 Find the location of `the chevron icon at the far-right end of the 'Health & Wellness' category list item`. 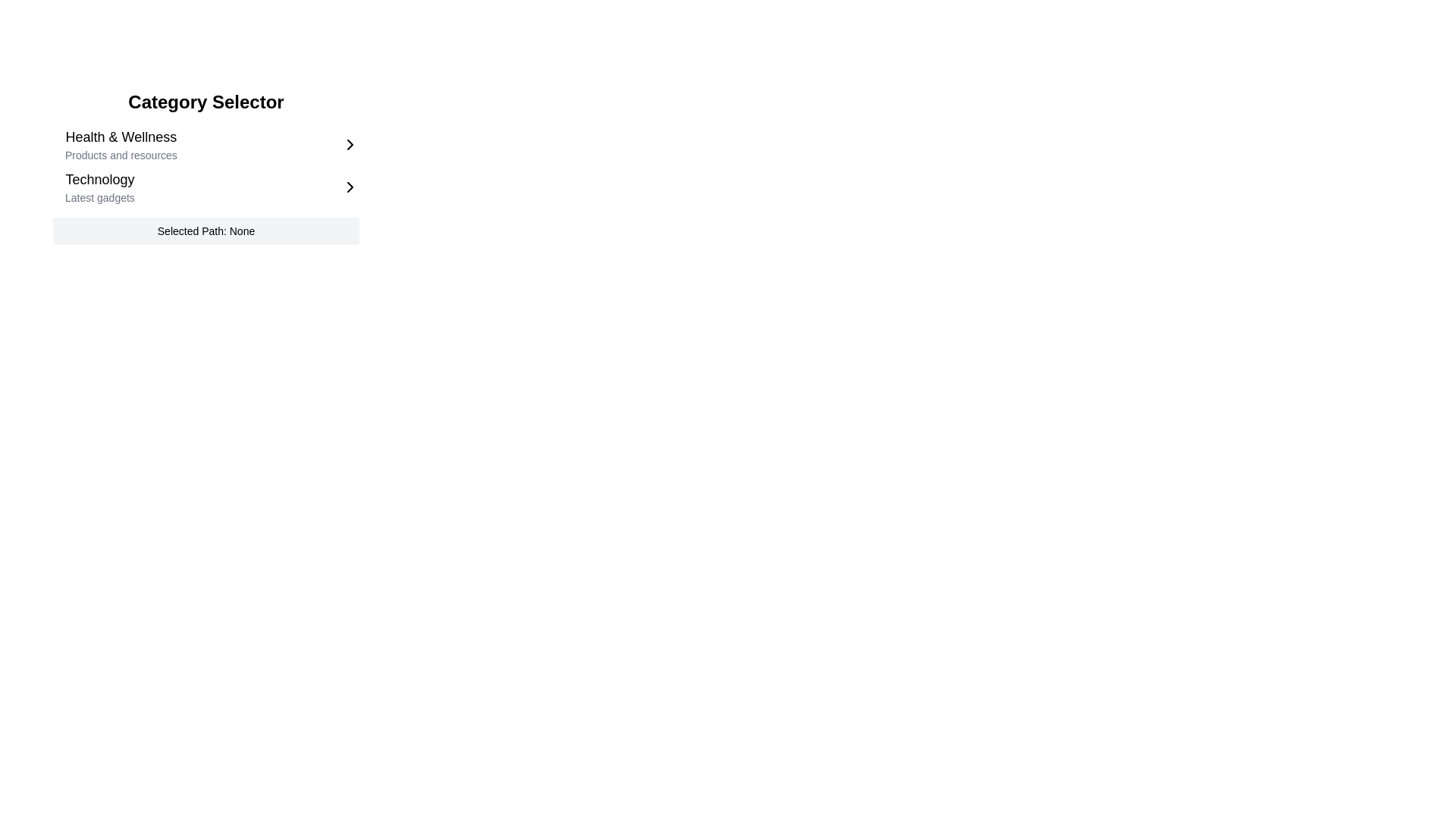

the chevron icon at the far-right end of the 'Health & Wellness' category list item is located at coordinates (349, 145).